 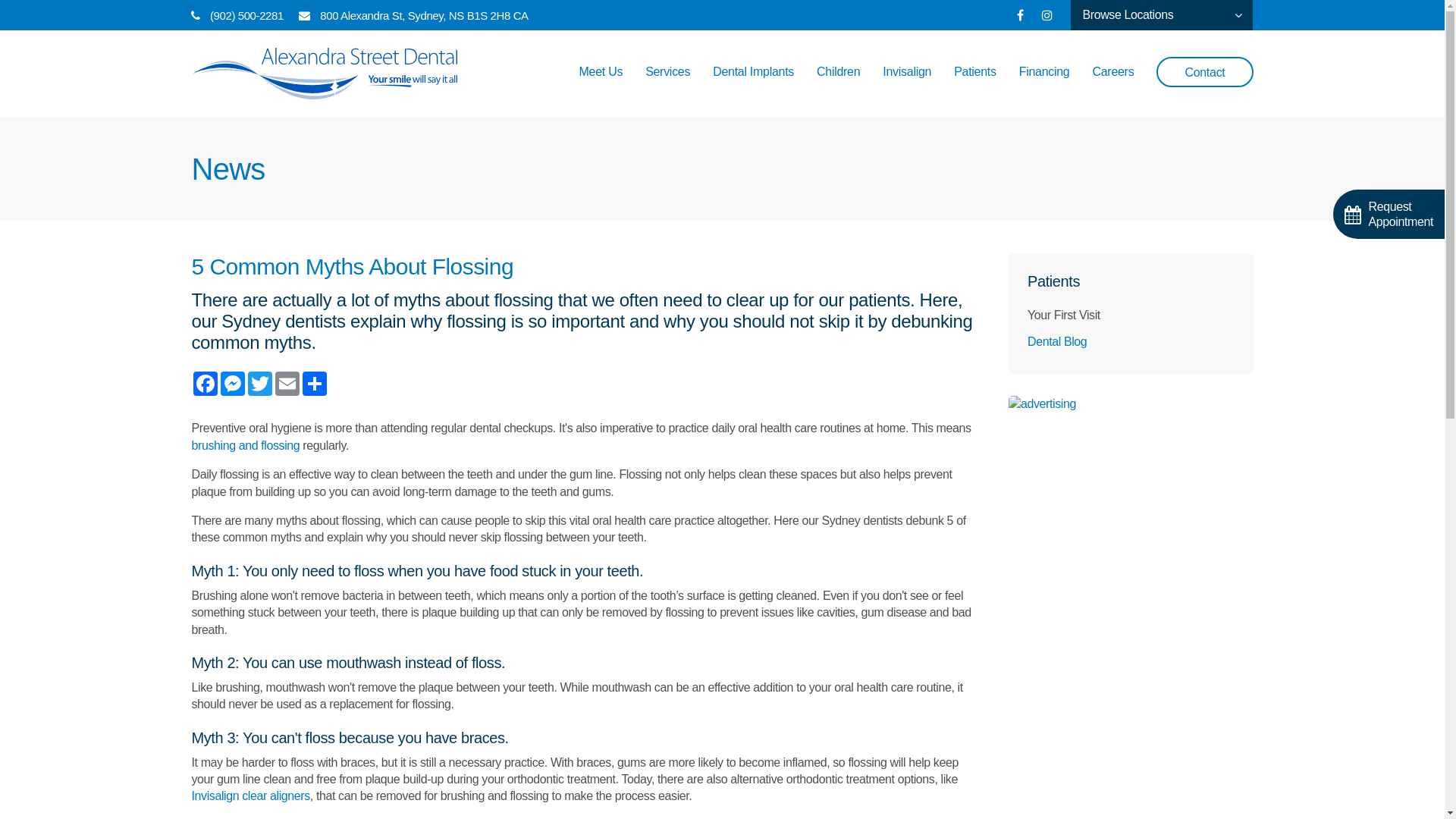 What do you see at coordinates (753, 87) in the screenshot?
I see `'Dental Implants'` at bounding box center [753, 87].